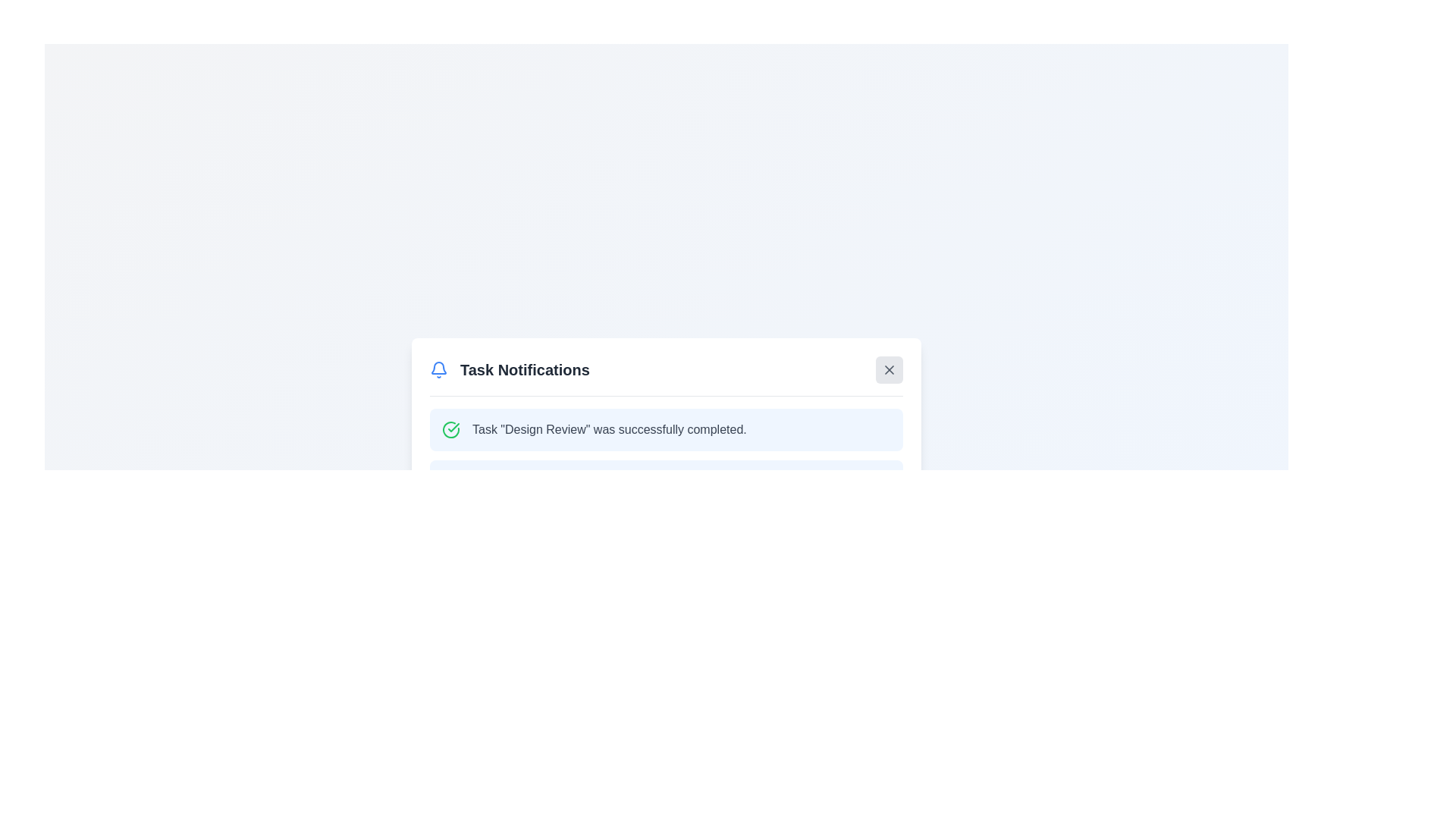 This screenshot has width=1456, height=819. I want to click on the close icon button located at the top-right corner of the 'Task Notifications' popup, so click(889, 369).